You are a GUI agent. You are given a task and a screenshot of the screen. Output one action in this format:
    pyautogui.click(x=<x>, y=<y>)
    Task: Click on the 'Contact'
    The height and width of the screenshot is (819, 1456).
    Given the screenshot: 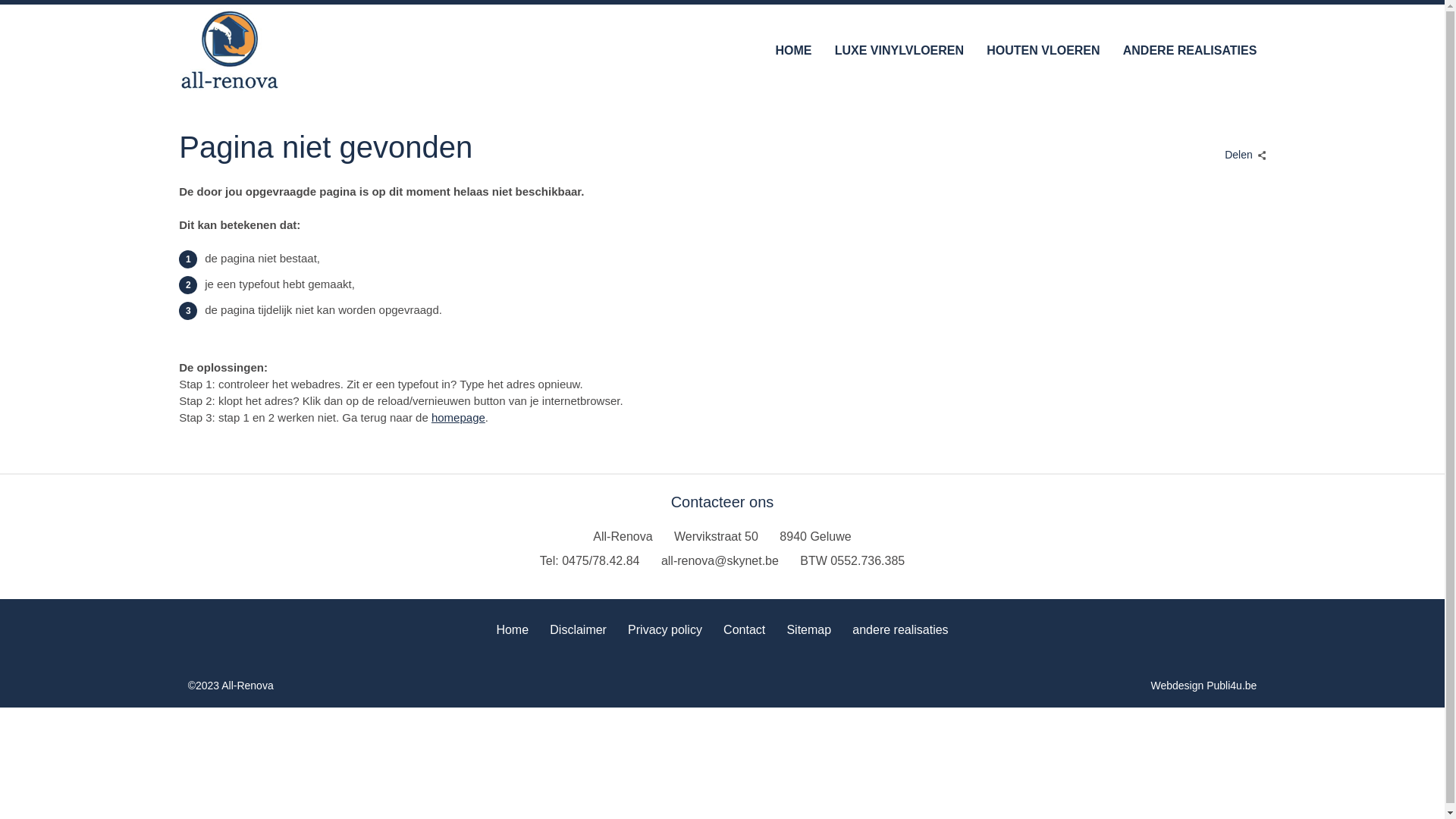 What is the action you would take?
    pyautogui.click(x=744, y=627)
    